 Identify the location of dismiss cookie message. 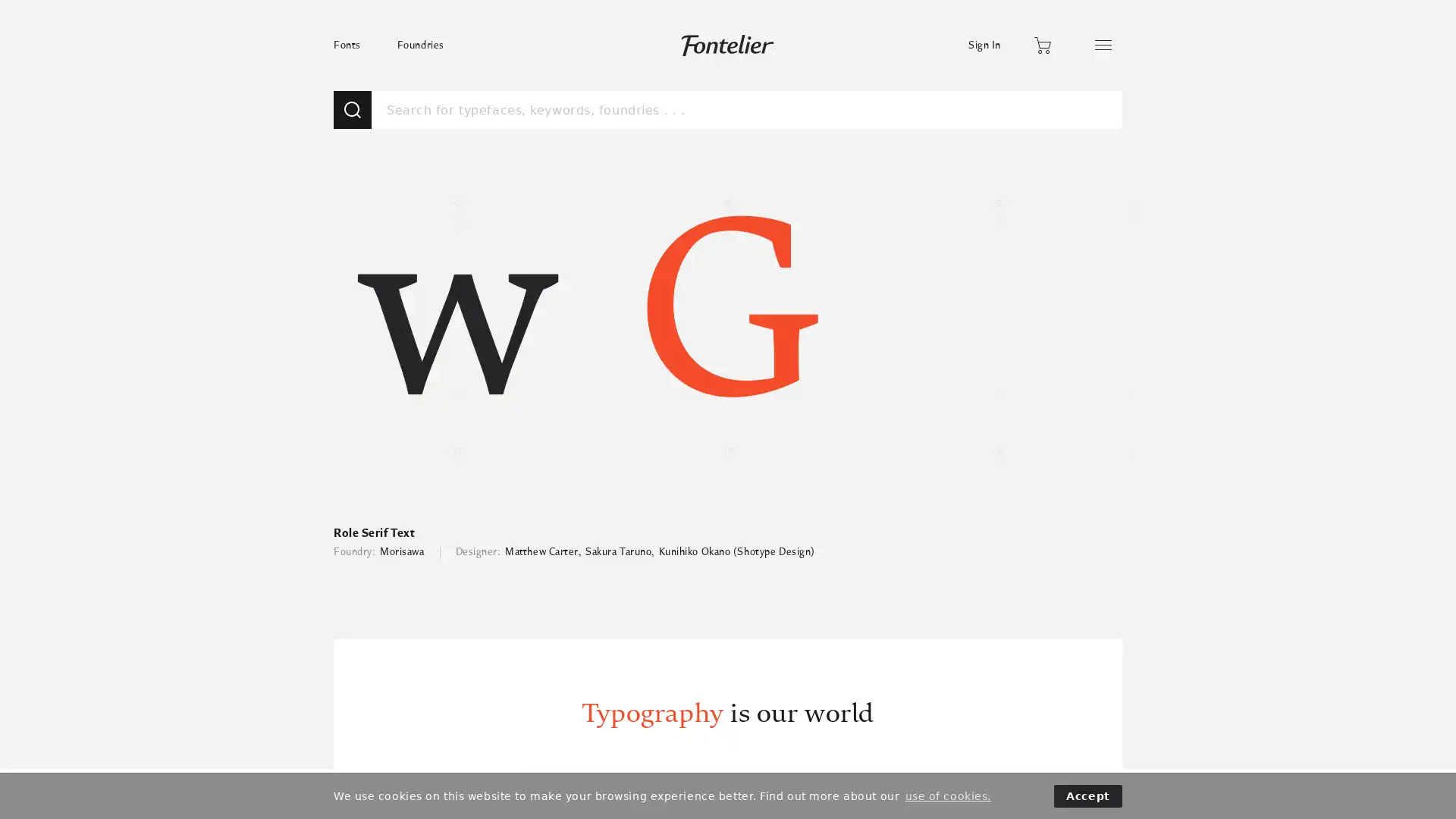
(1087, 795).